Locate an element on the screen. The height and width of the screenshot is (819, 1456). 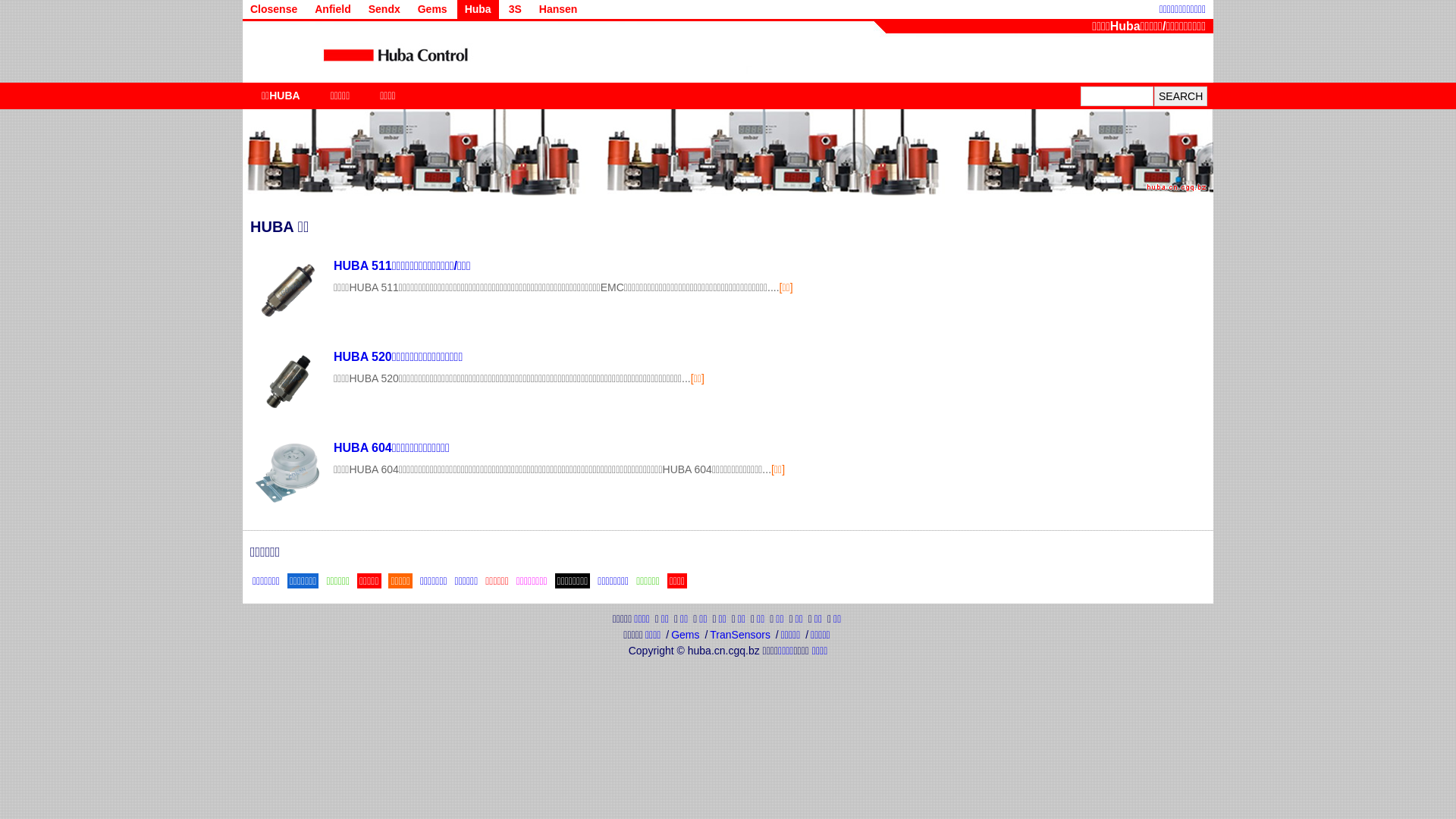
'Gems' is located at coordinates (670, 635).